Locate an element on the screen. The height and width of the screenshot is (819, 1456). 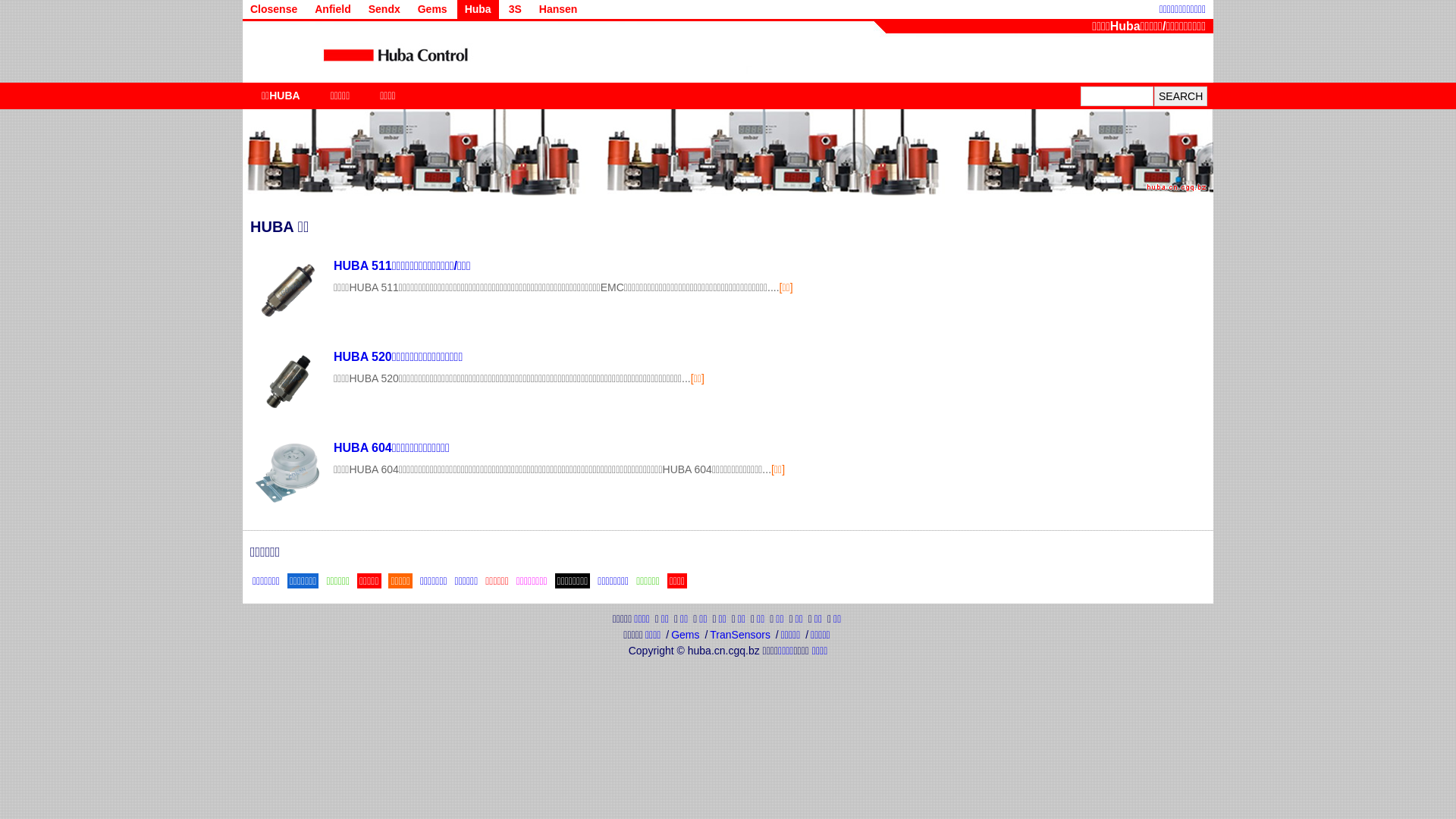
'Gems' is located at coordinates (670, 635).